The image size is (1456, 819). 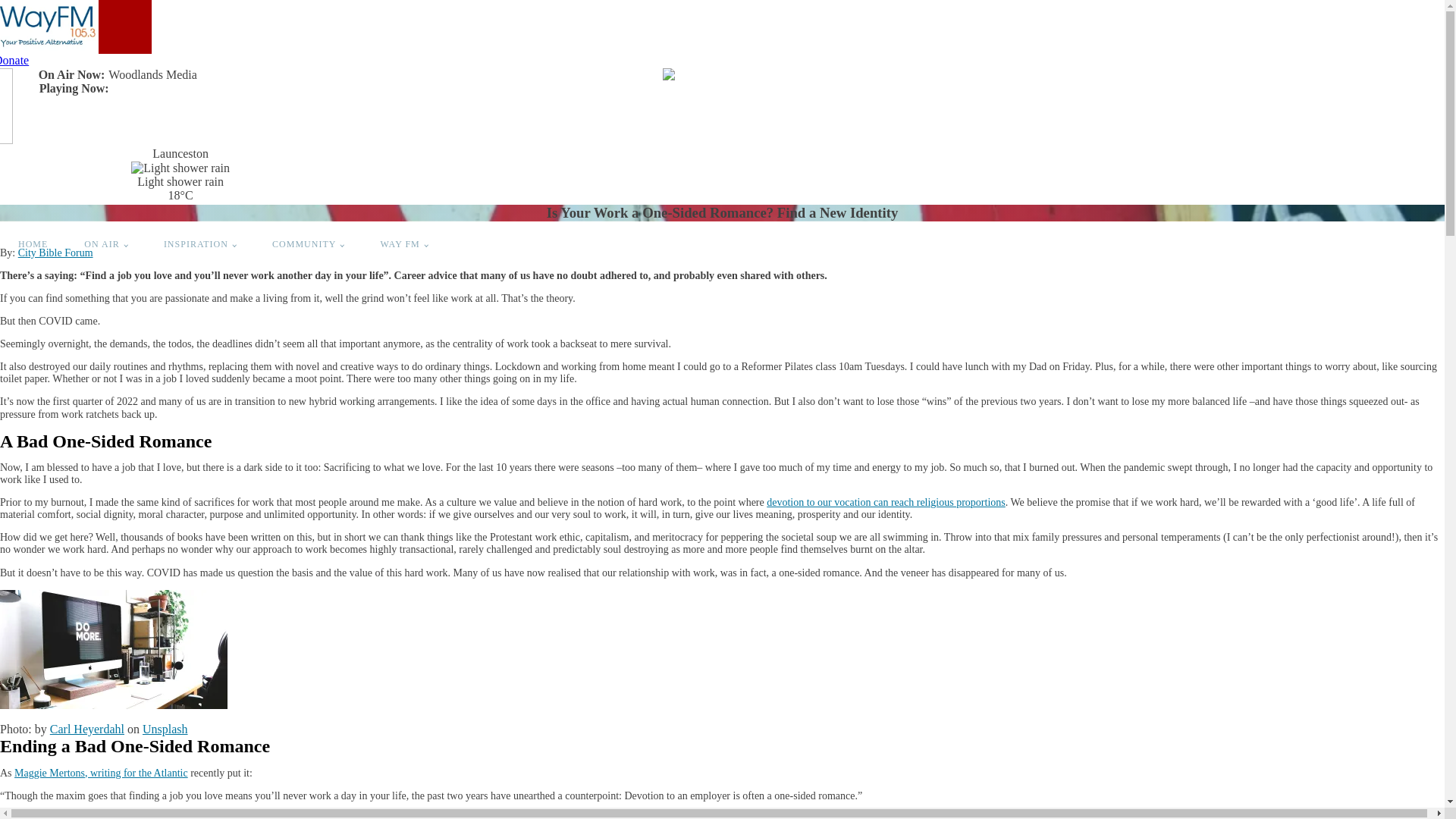 I want to click on 'City Bible Forum', so click(x=18, y=252).